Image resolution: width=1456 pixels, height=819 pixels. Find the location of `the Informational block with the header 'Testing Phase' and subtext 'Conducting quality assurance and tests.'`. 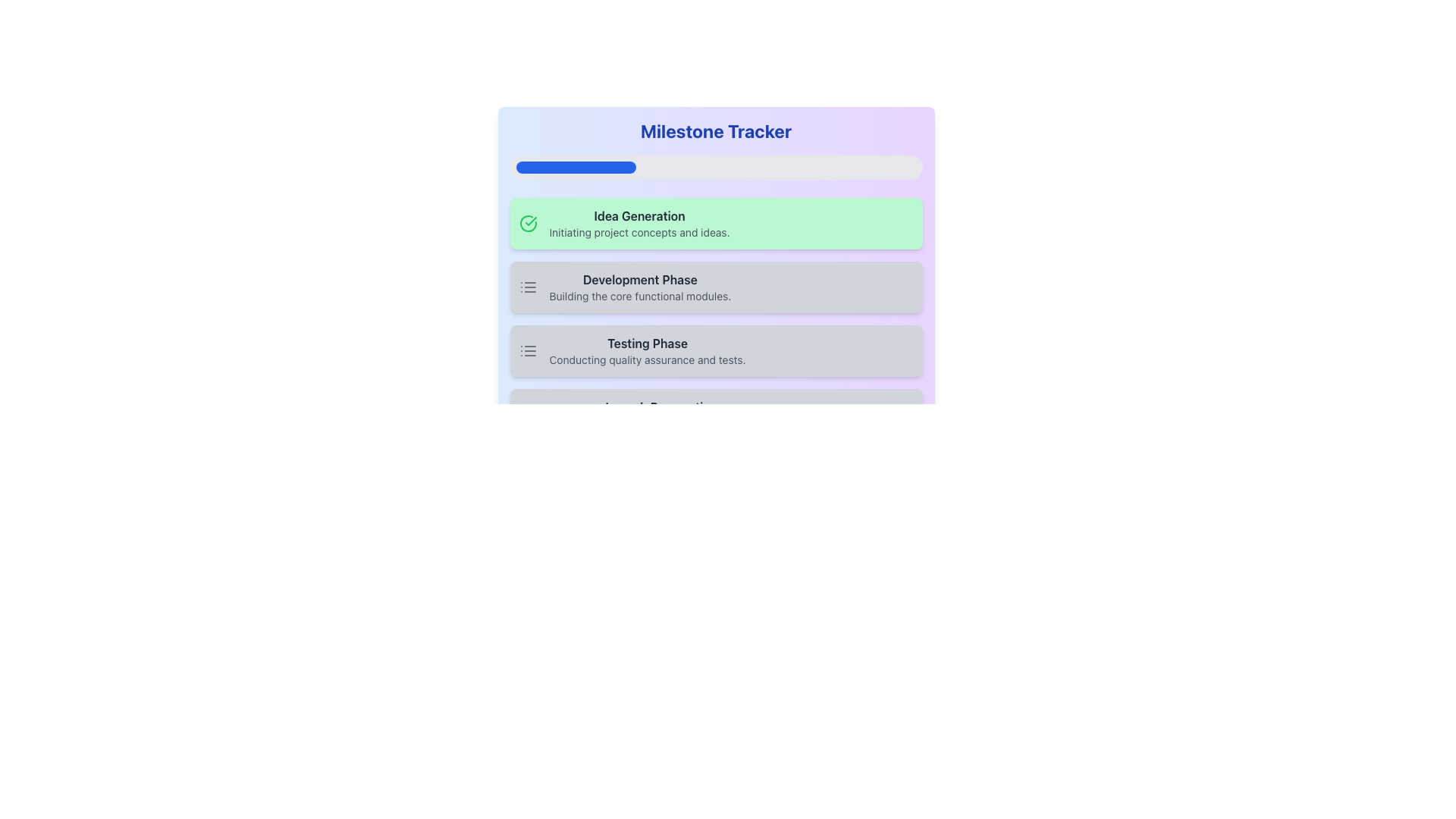

the Informational block with the header 'Testing Phase' and subtext 'Conducting quality assurance and tests.' is located at coordinates (715, 350).